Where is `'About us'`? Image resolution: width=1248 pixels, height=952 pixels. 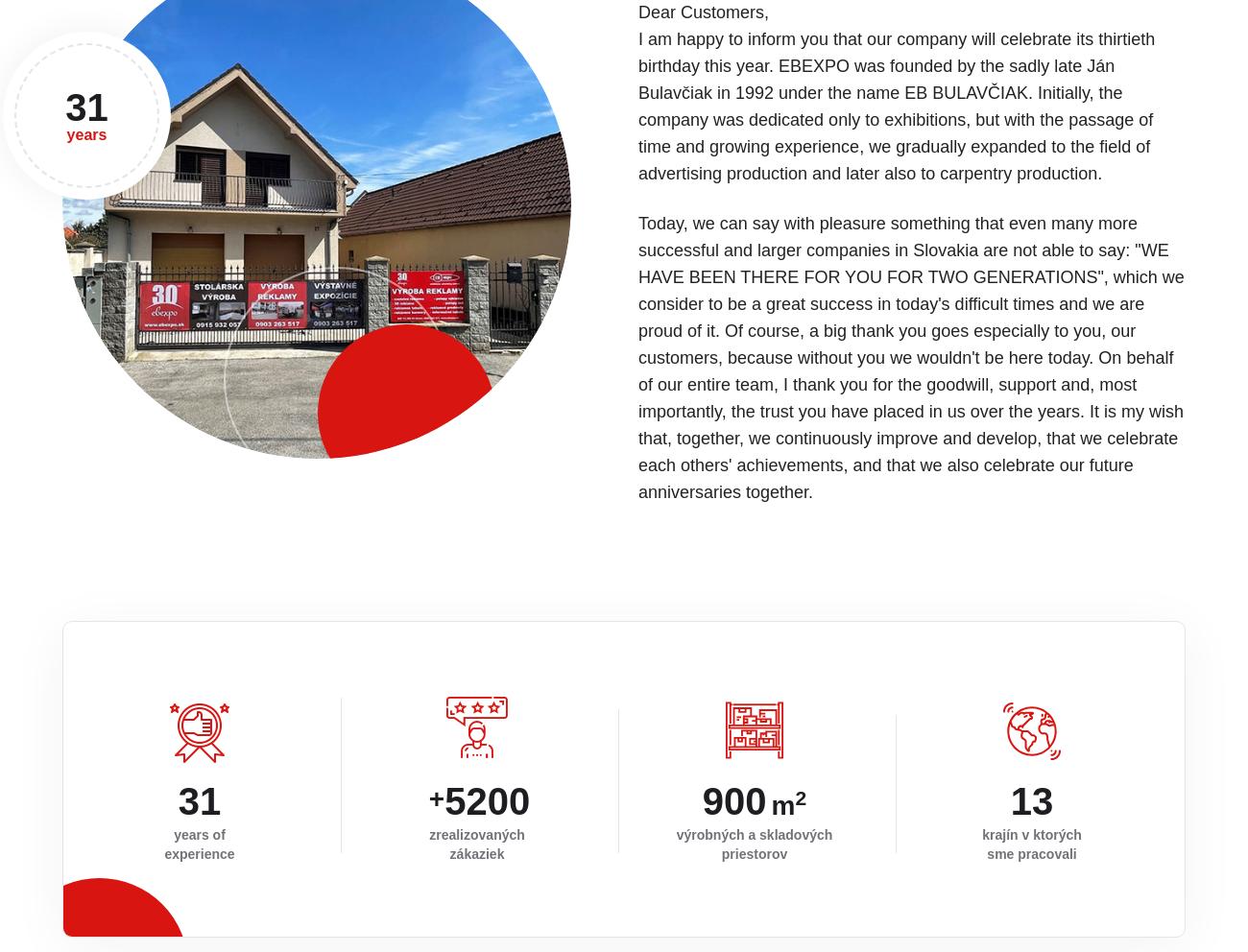 'About us' is located at coordinates (1051, 789).